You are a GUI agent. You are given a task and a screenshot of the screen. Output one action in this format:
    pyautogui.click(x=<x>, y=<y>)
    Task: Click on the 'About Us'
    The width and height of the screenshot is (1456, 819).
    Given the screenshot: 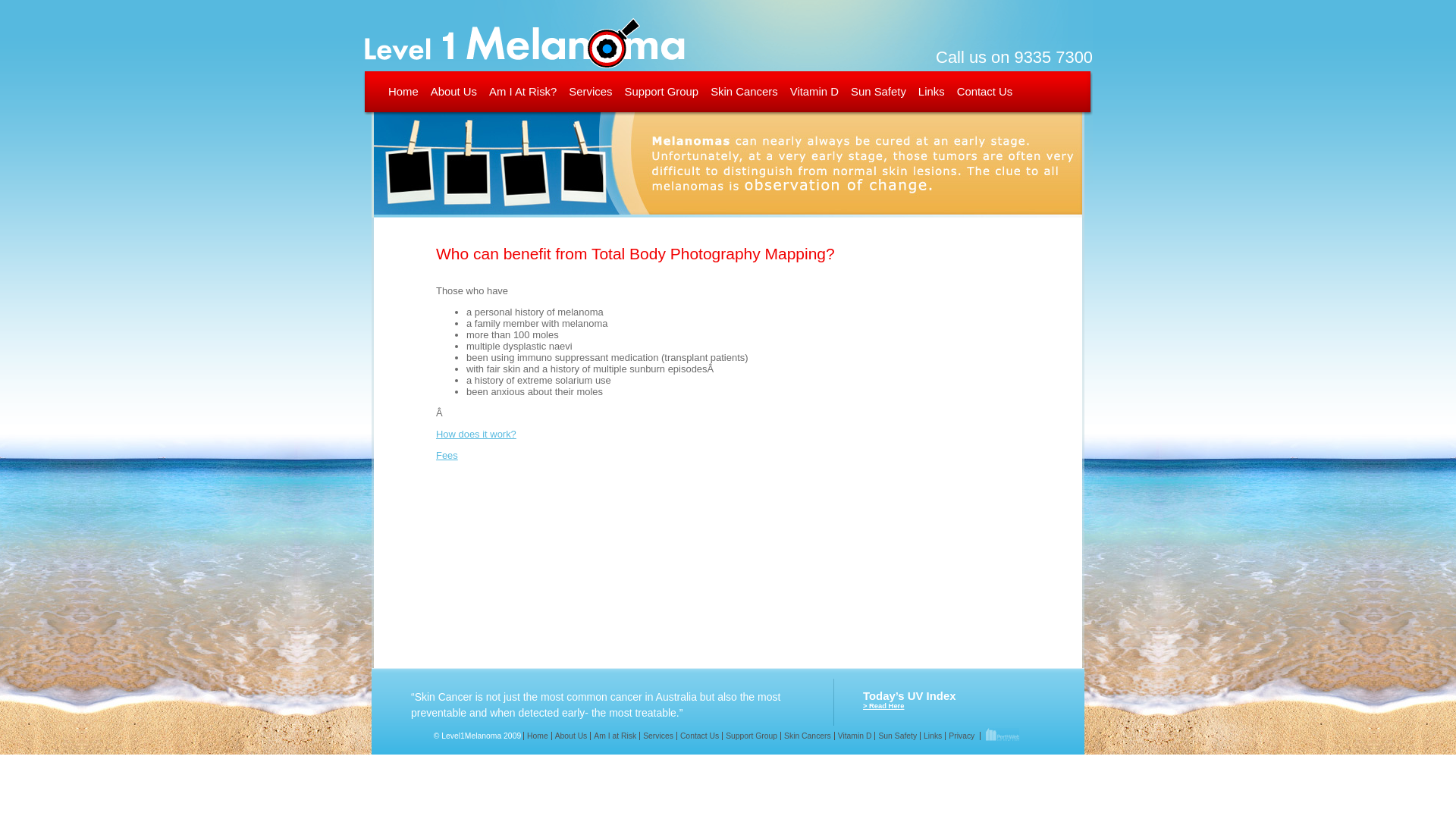 What is the action you would take?
    pyautogui.click(x=550, y=735)
    